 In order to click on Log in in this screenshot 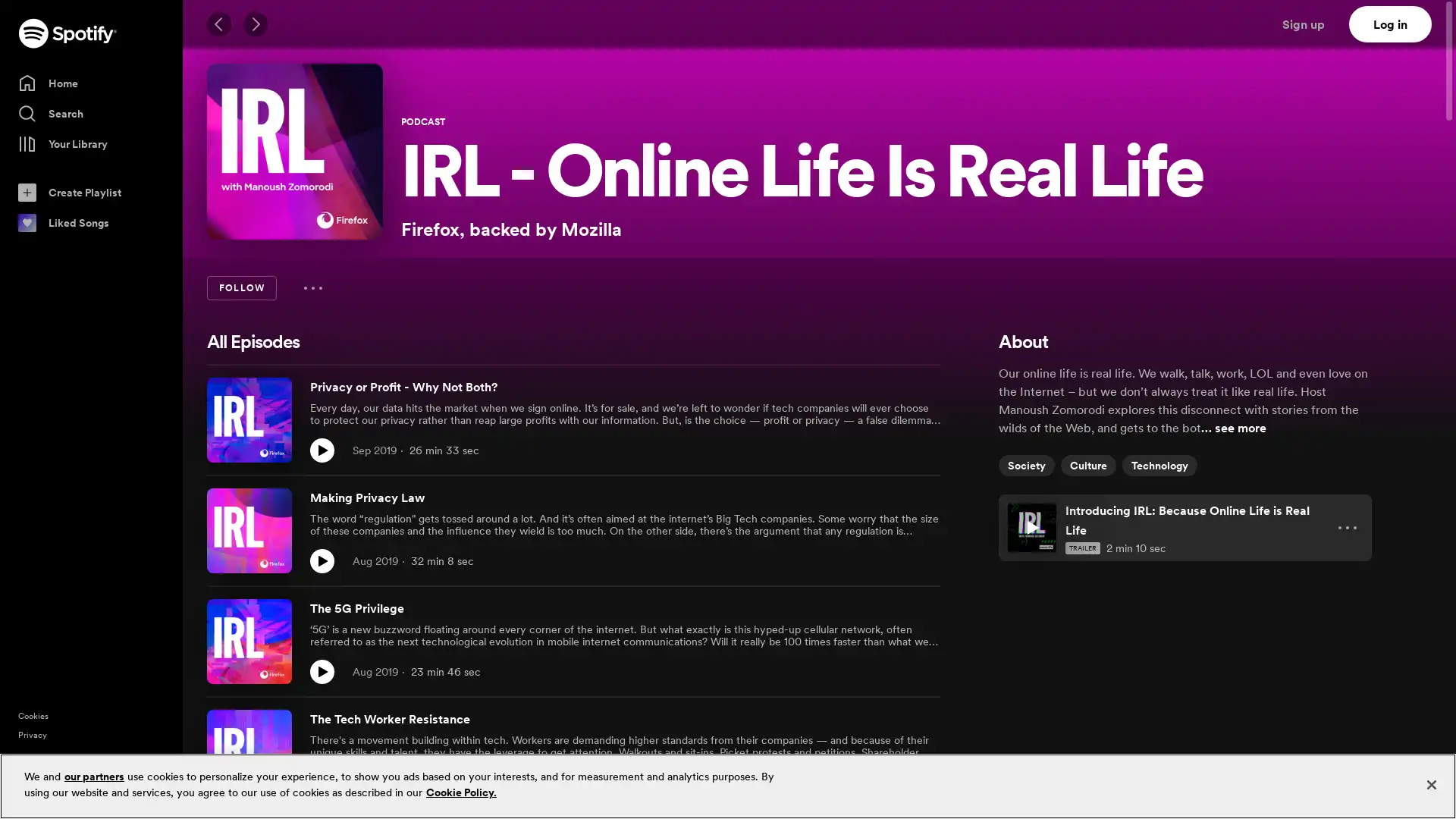, I will do `click(1390, 24)`.